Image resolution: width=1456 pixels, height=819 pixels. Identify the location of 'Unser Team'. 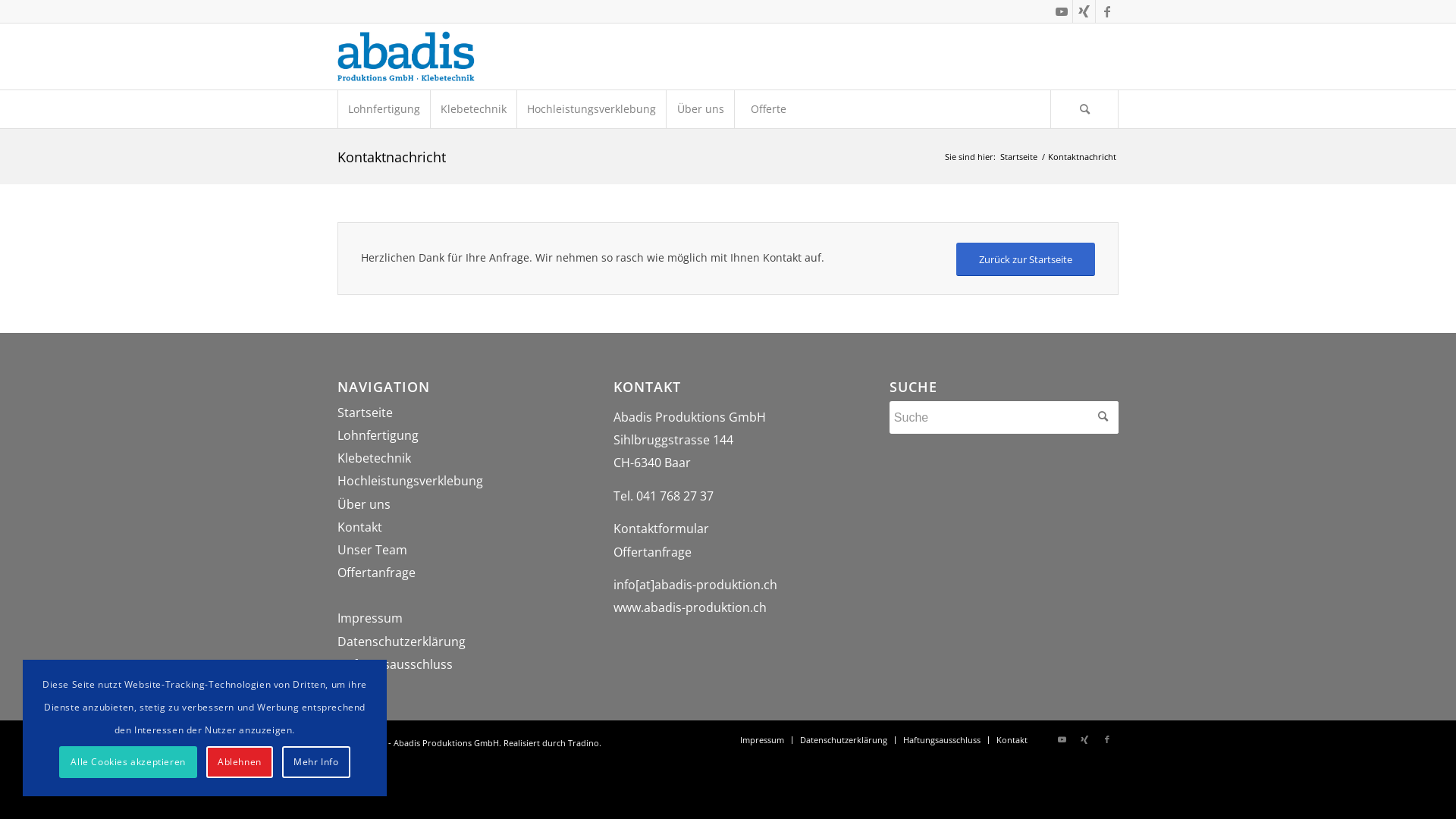
(372, 550).